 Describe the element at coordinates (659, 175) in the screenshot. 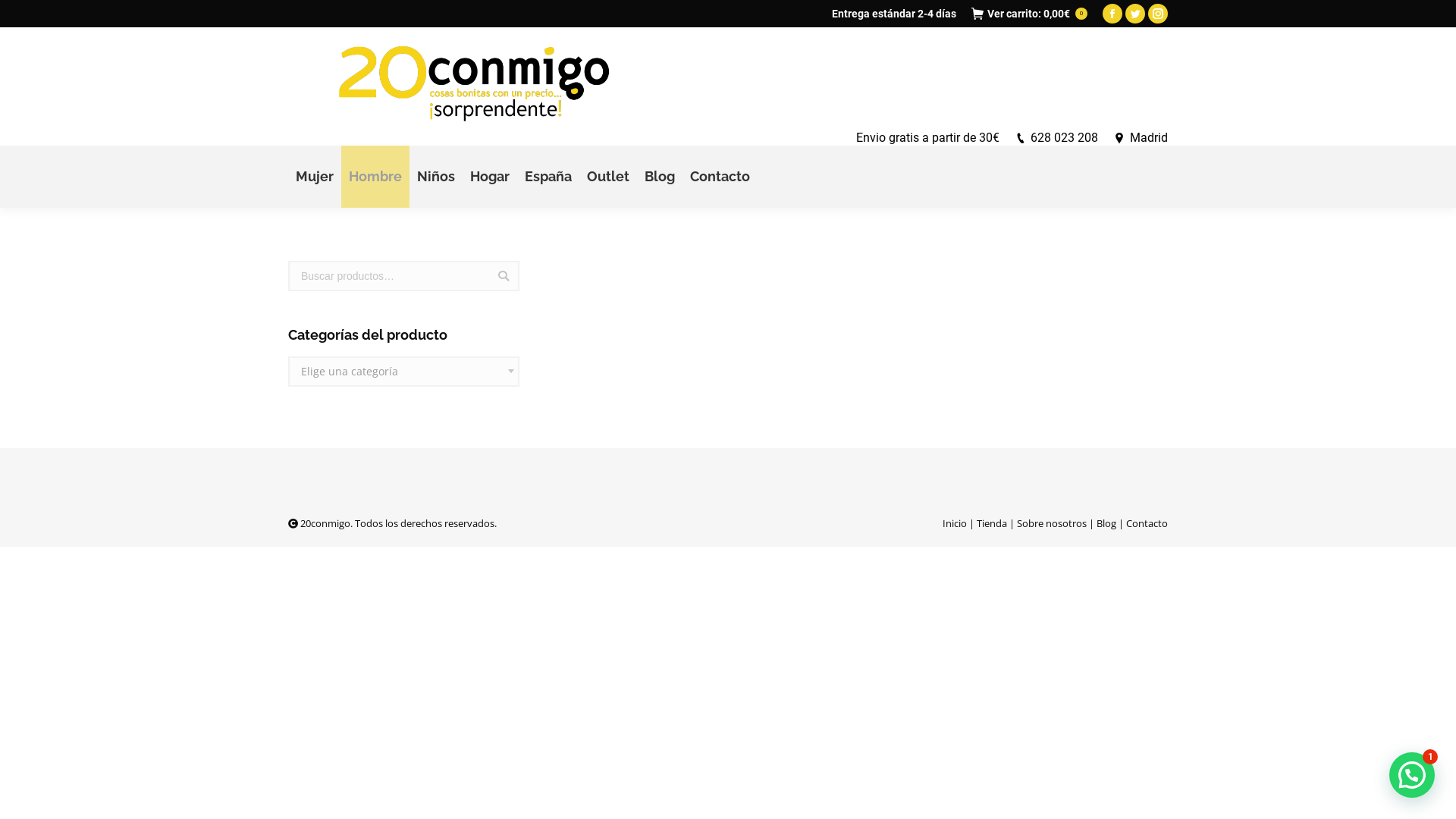

I see `'Blog'` at that location.